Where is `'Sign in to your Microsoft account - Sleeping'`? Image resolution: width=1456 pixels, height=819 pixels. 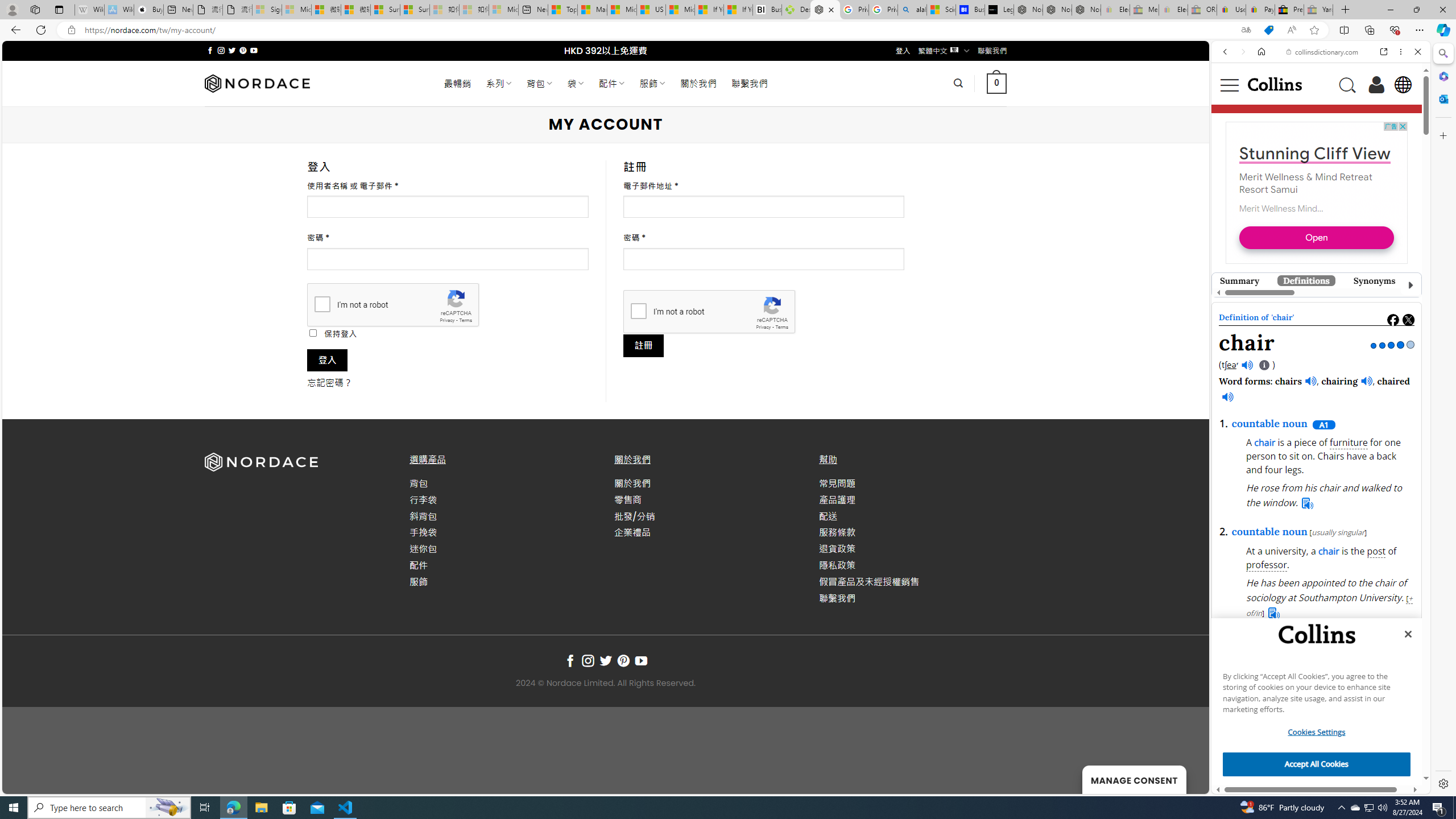 'Sign in to your Microsoft account - Sleeping' is located at coordinates (266, 9).